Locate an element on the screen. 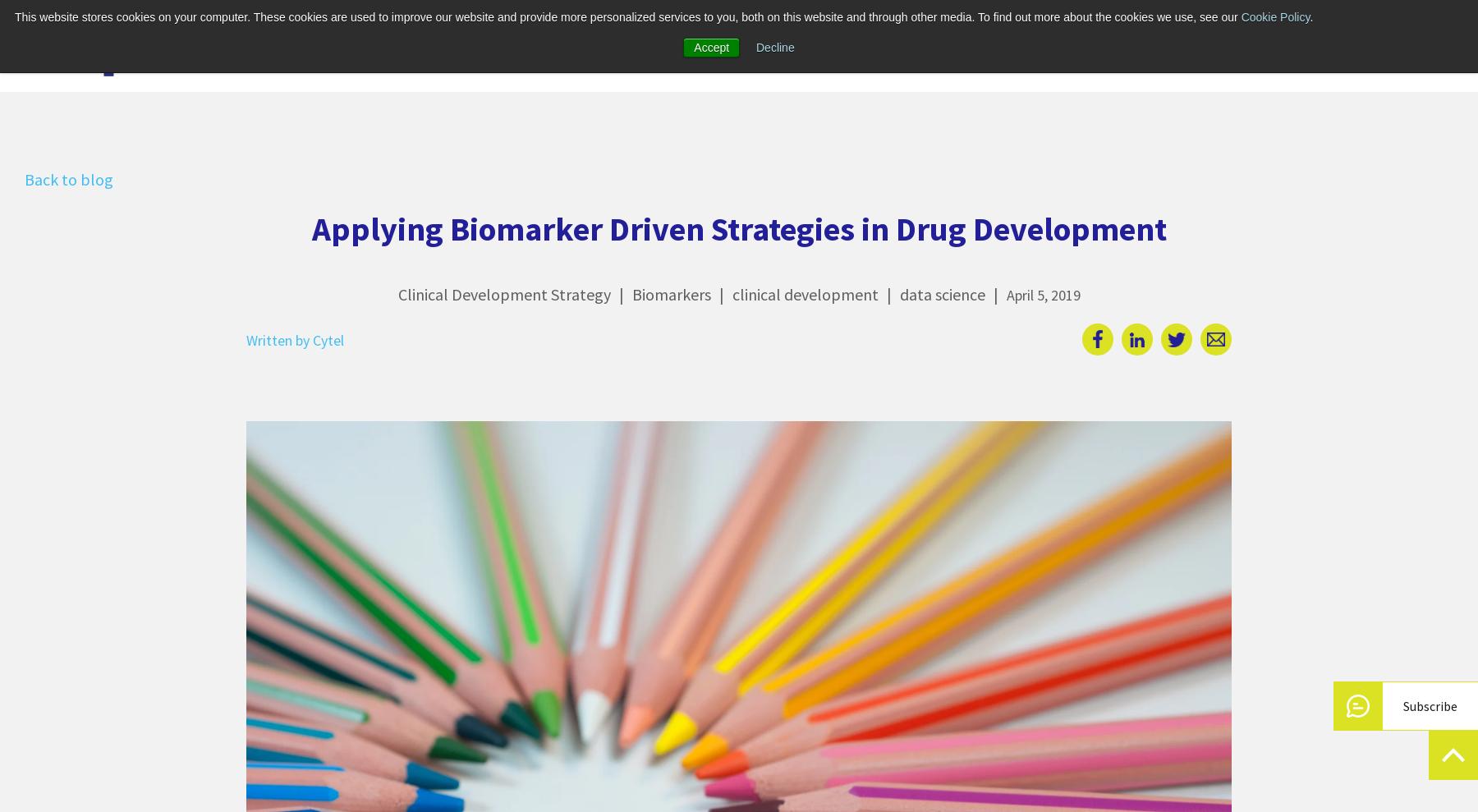  'Biomarkers' is located at coordinates (671, 293).